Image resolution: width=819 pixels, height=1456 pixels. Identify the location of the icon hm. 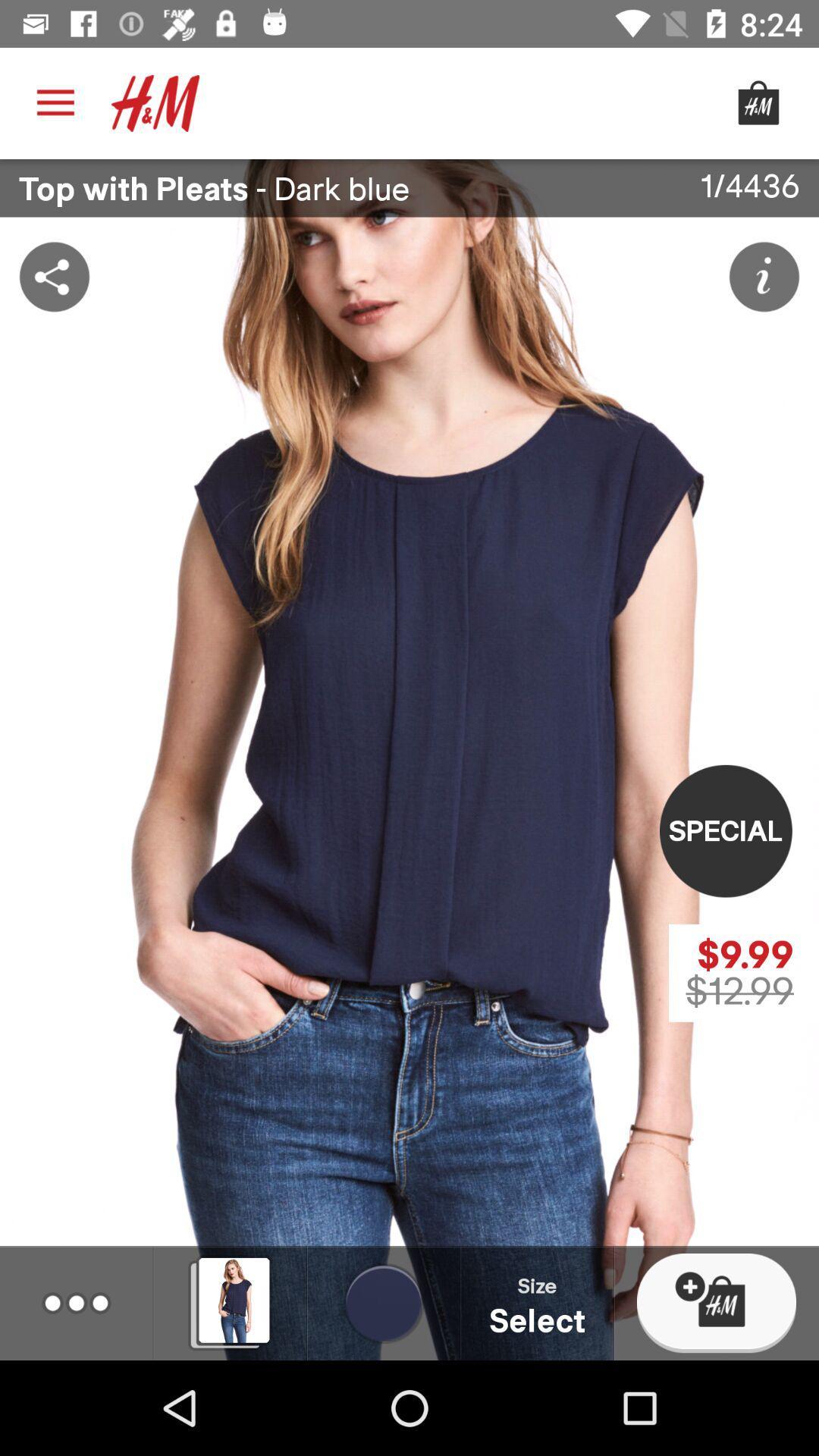
(155, 102).